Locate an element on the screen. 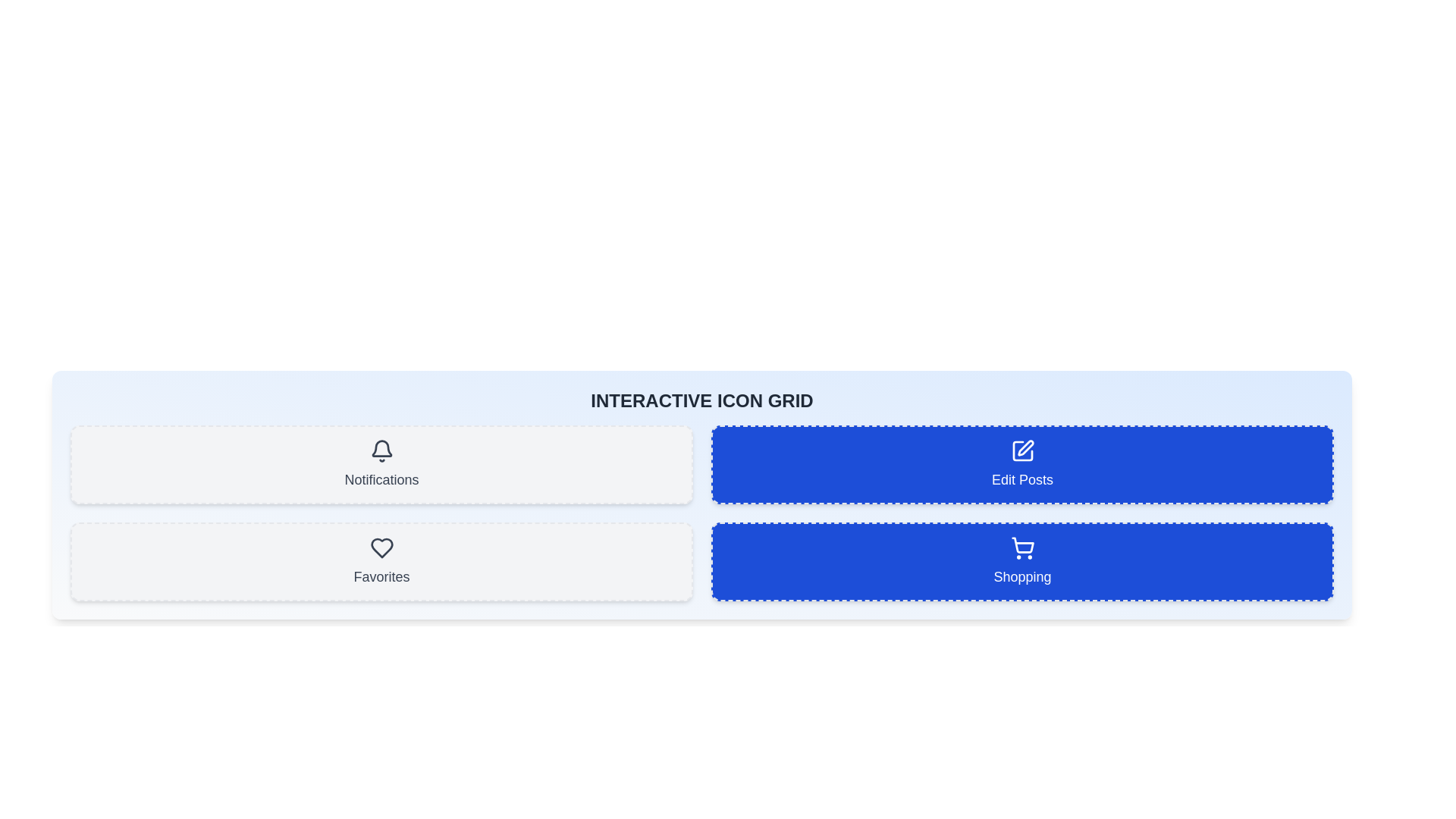  the grid item identified by Edit Posts is located at coordinates (1022, 464).